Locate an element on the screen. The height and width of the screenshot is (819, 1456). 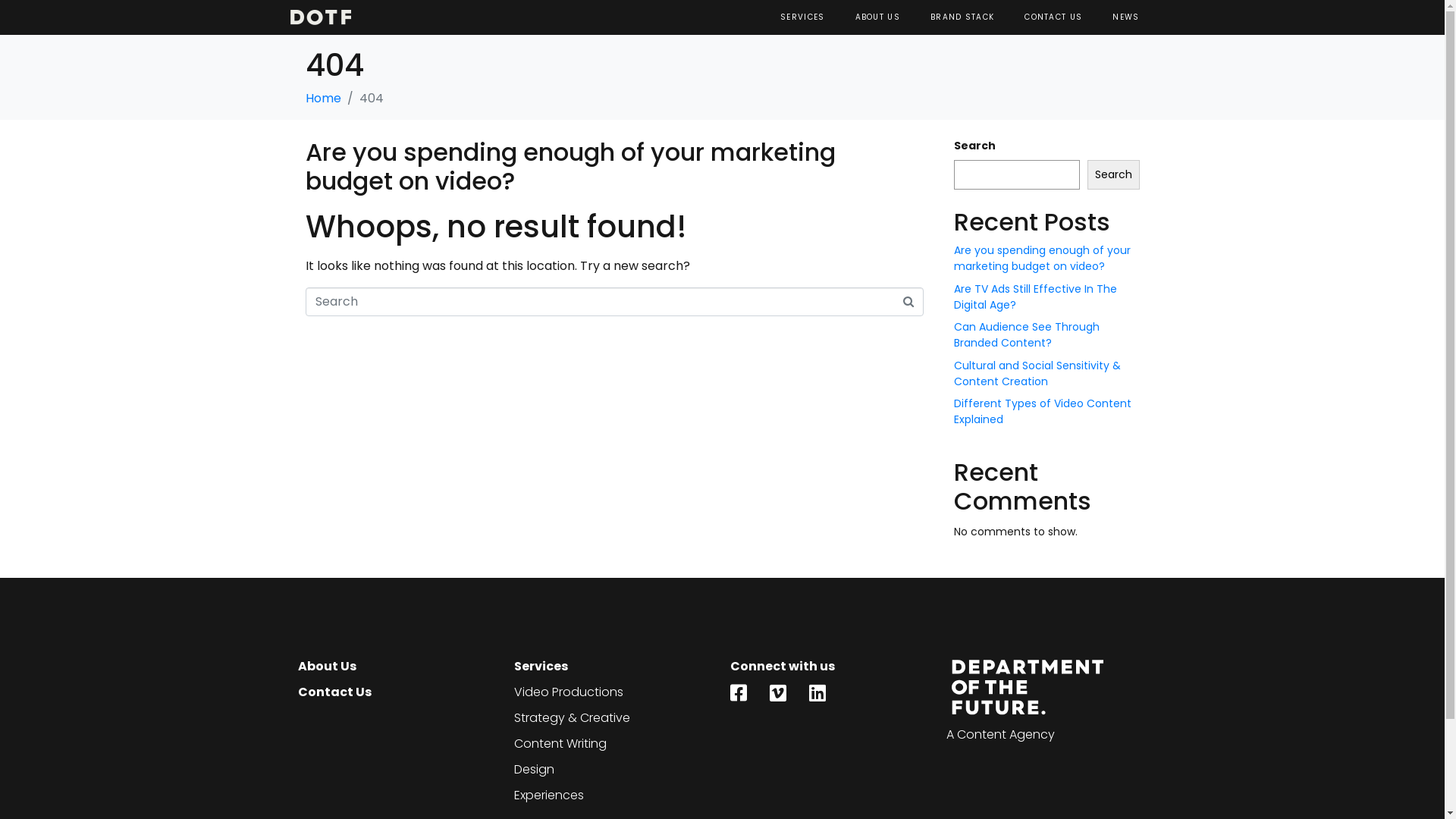
'Are you spending enough of your marketing budget on video?' is located at coordinates (1041, 257).